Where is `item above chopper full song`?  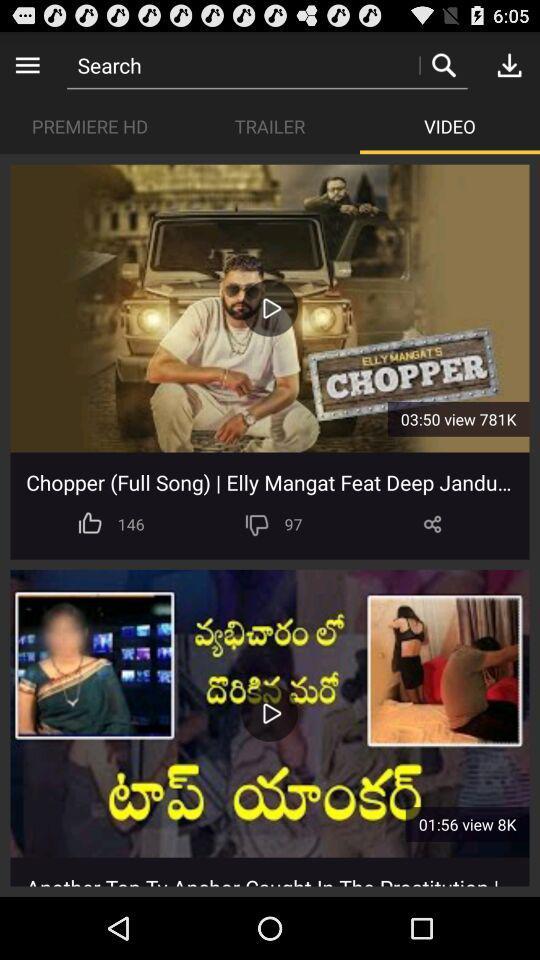 item above chopper full song is located at coordinates (269, 308).